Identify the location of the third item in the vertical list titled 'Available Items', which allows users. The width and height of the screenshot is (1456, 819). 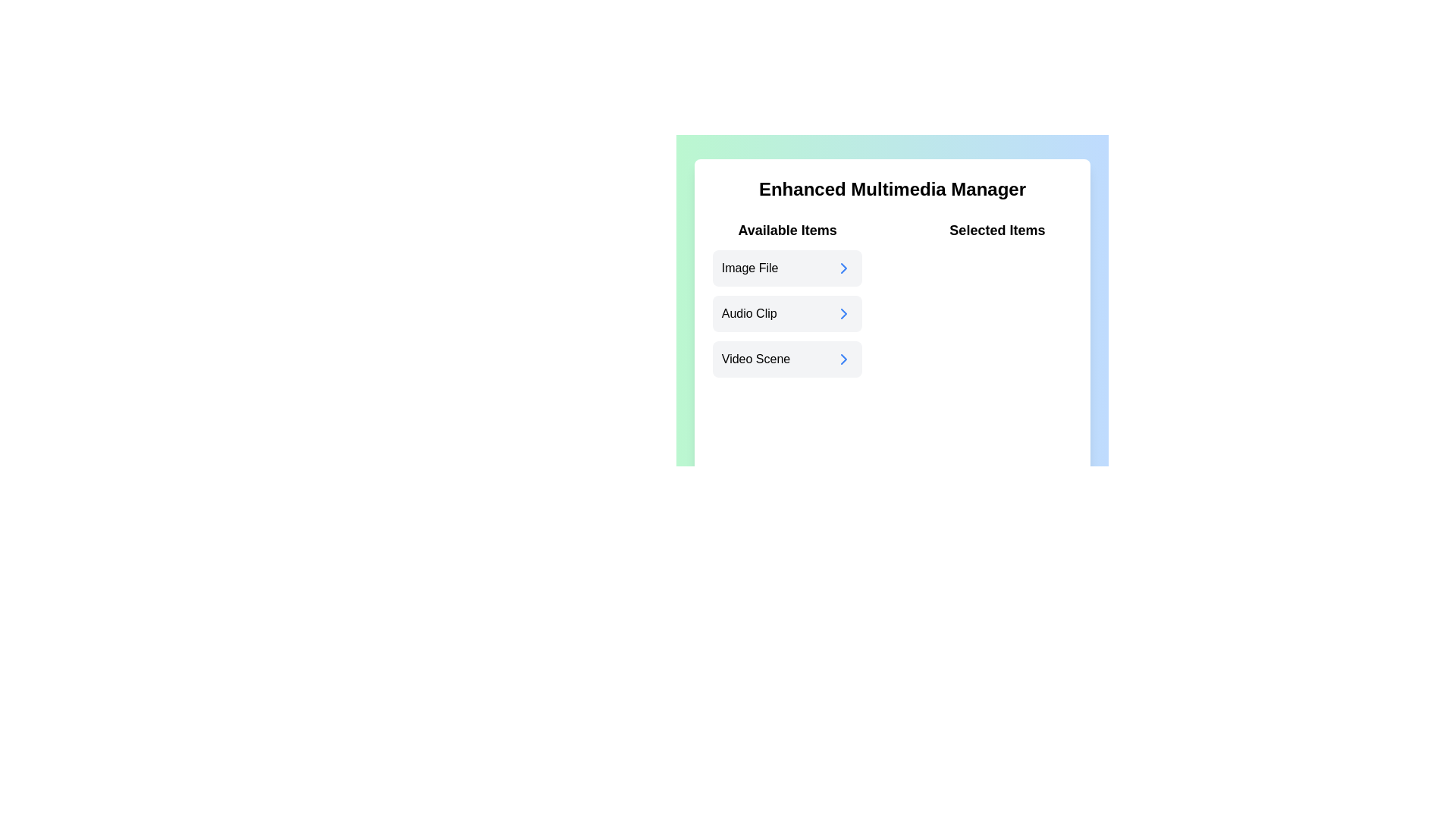
(787, 359).